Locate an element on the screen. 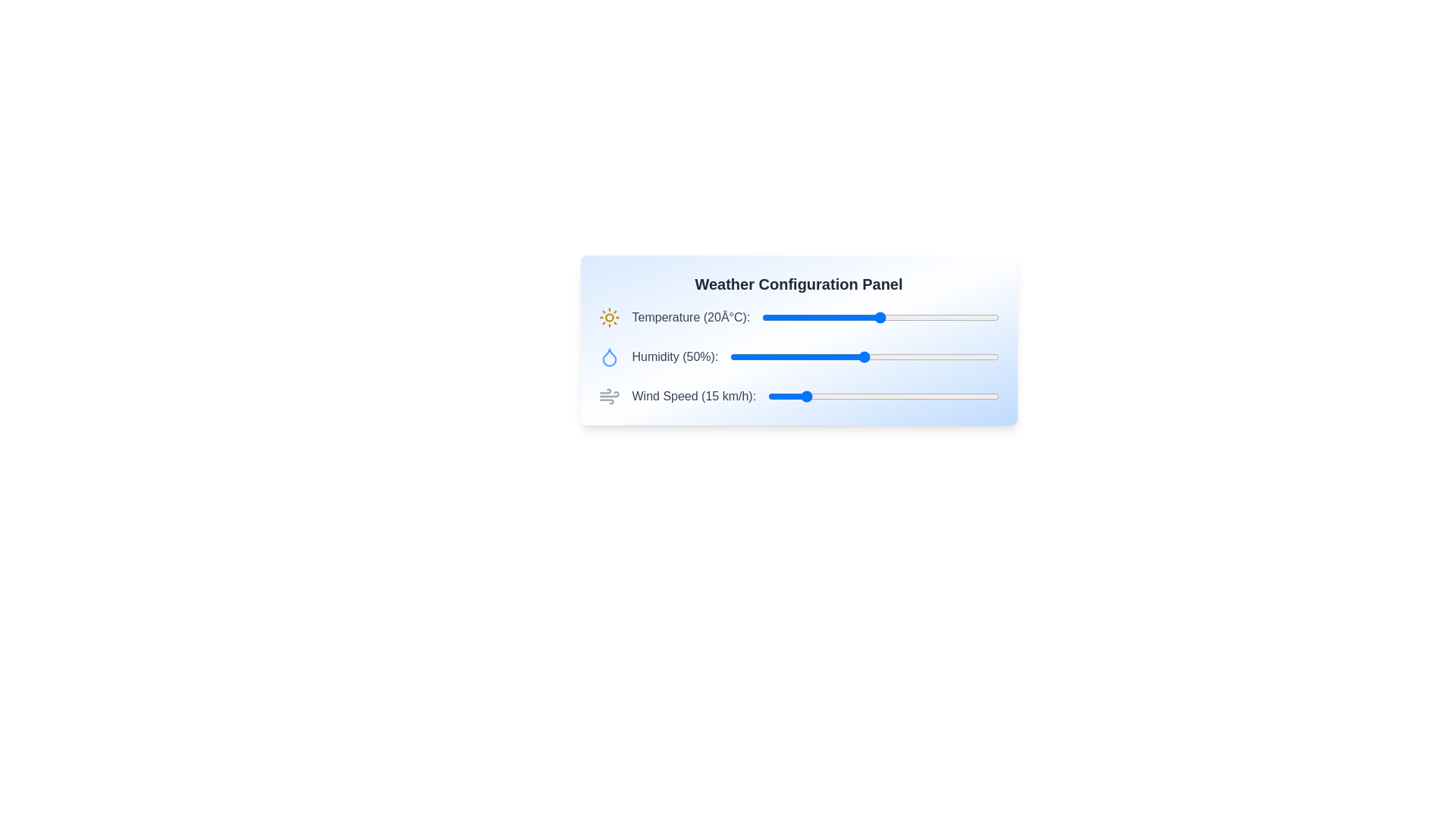 Image resolution: width=1456 pixels, height=819 pixels. the humidity slider to 95% is located at coordinates (985, 356).